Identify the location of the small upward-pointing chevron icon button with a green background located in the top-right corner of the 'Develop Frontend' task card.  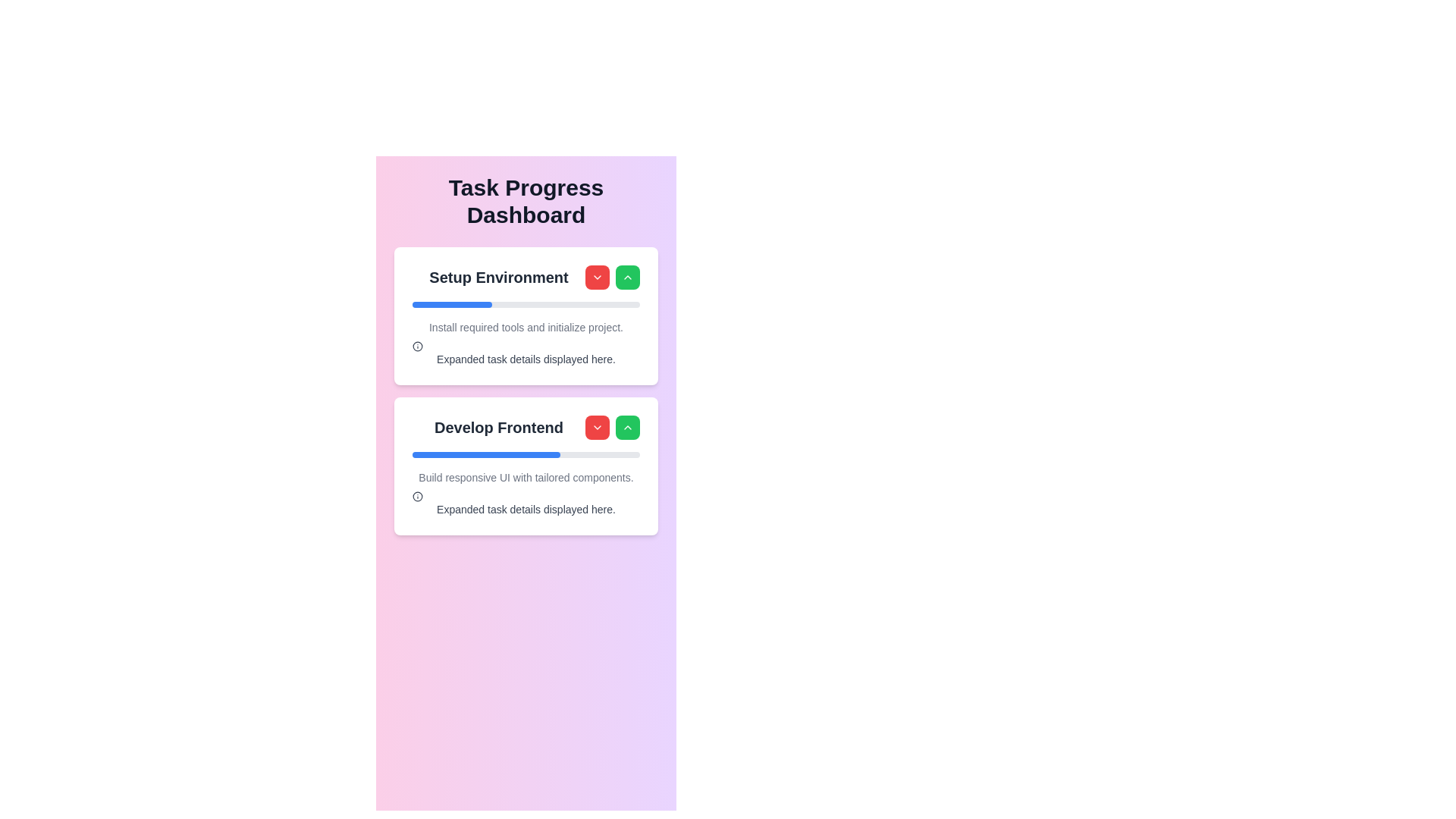
(628, 278).